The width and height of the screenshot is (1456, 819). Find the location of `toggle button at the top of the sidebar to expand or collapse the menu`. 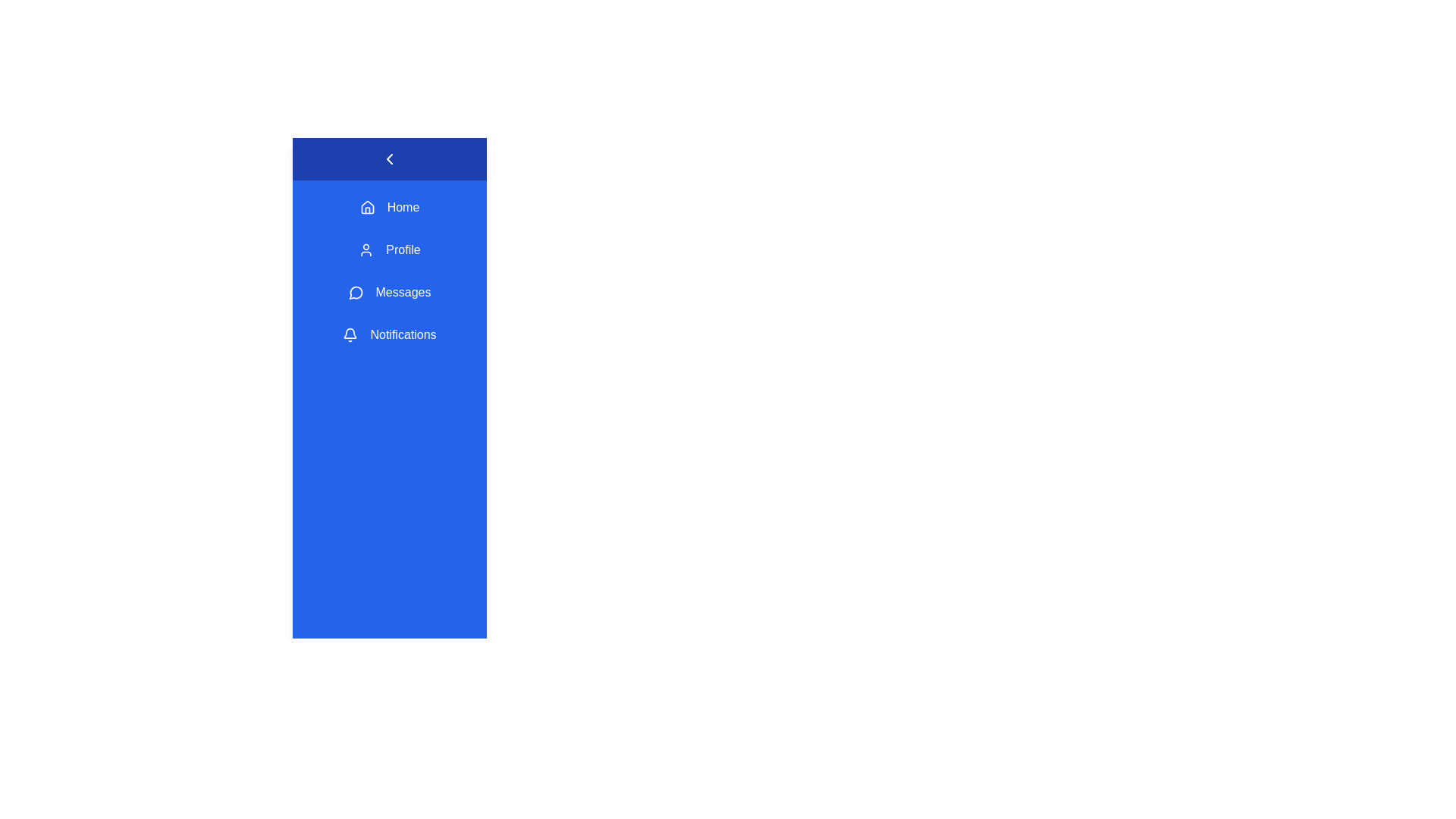

toggle button at the top of the sidebar to expand or collapse the menu is located at coordinates (389, 158).